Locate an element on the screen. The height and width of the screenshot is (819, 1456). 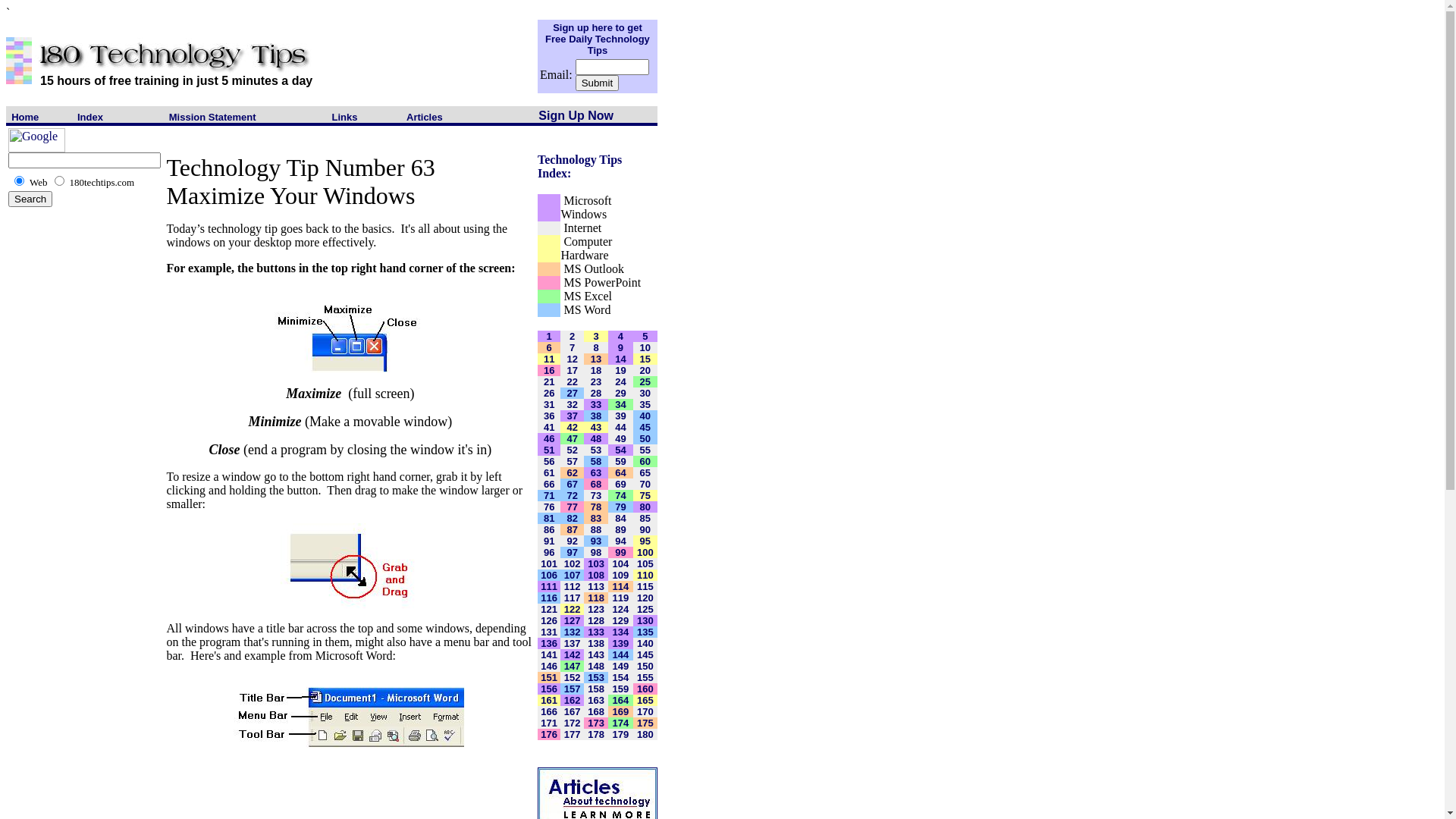
'64' is located at coordinates (620, 472).